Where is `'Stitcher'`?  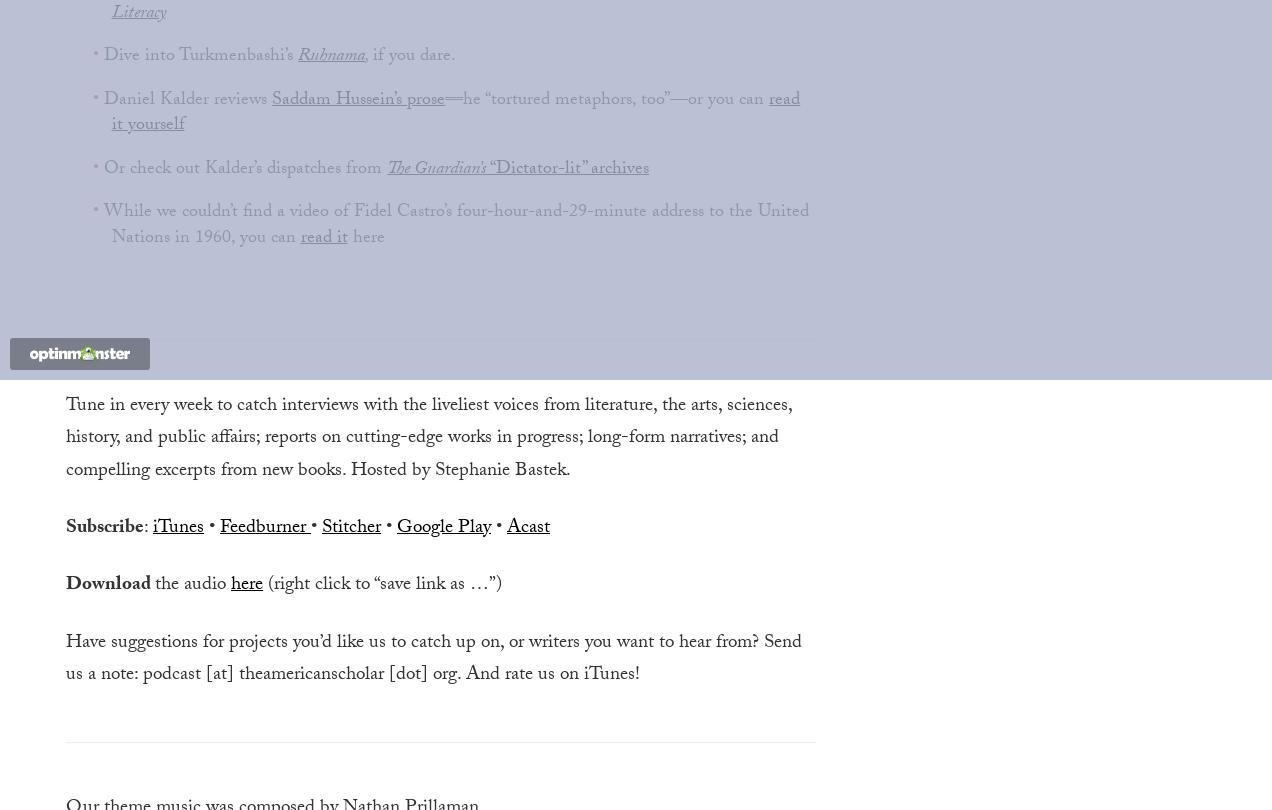
'Stitcher' is located at coordinates (350, 528).